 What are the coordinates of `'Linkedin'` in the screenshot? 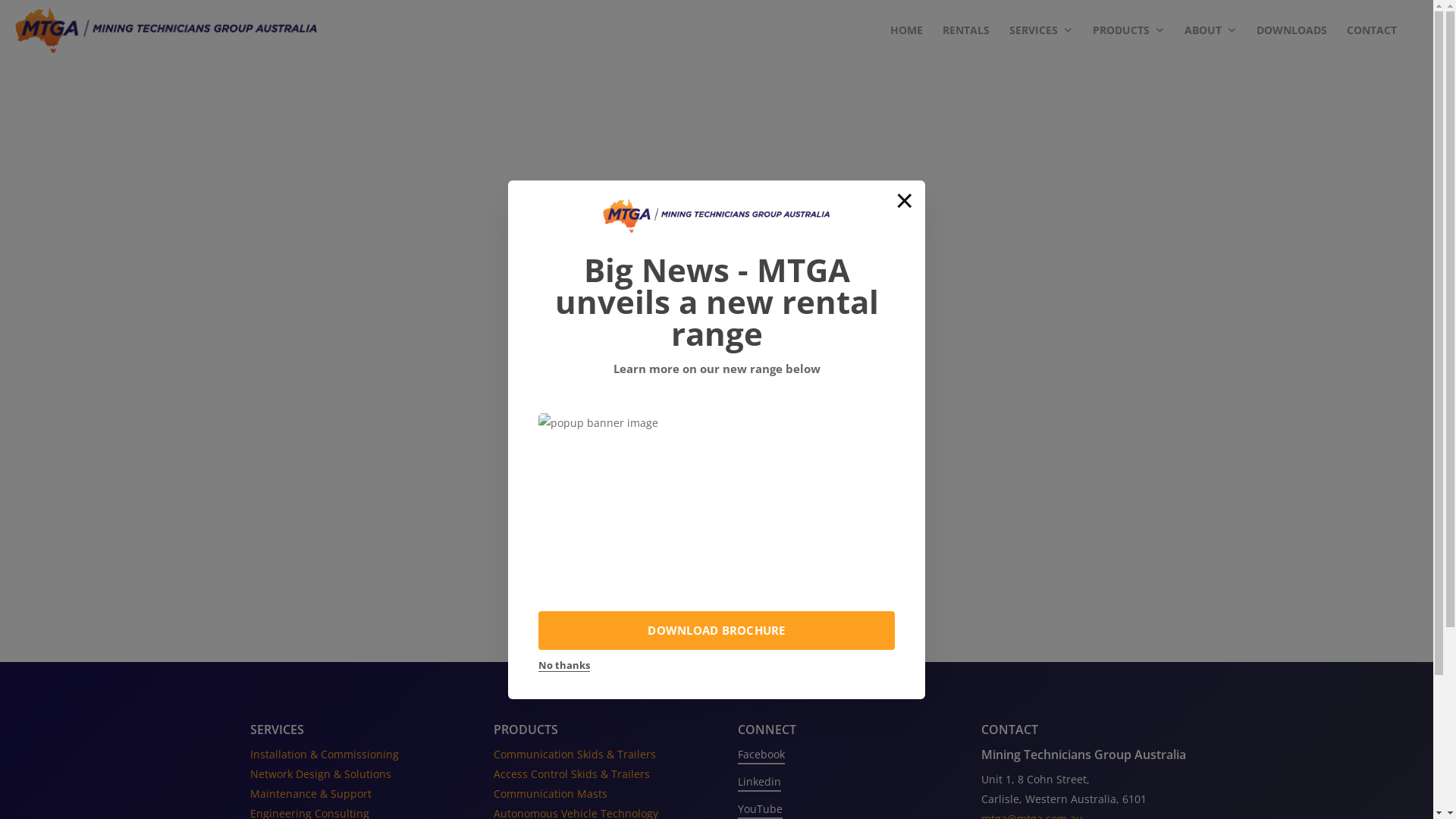 It's located at (758, 781).